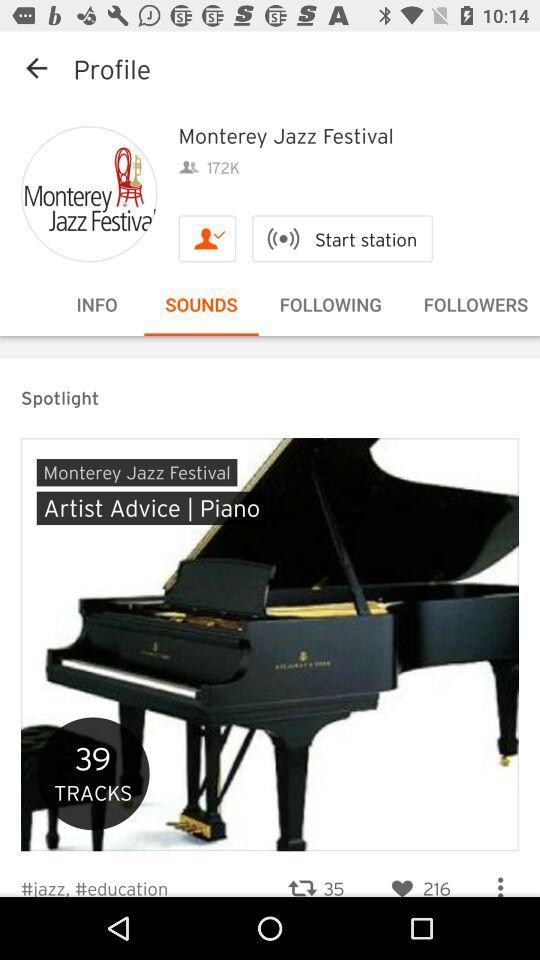 This screenshot has width=540, height=960. What do you see at coordinates (88, 194) in the screenshot?
I see `open home page` at bounding box center [88, 194].